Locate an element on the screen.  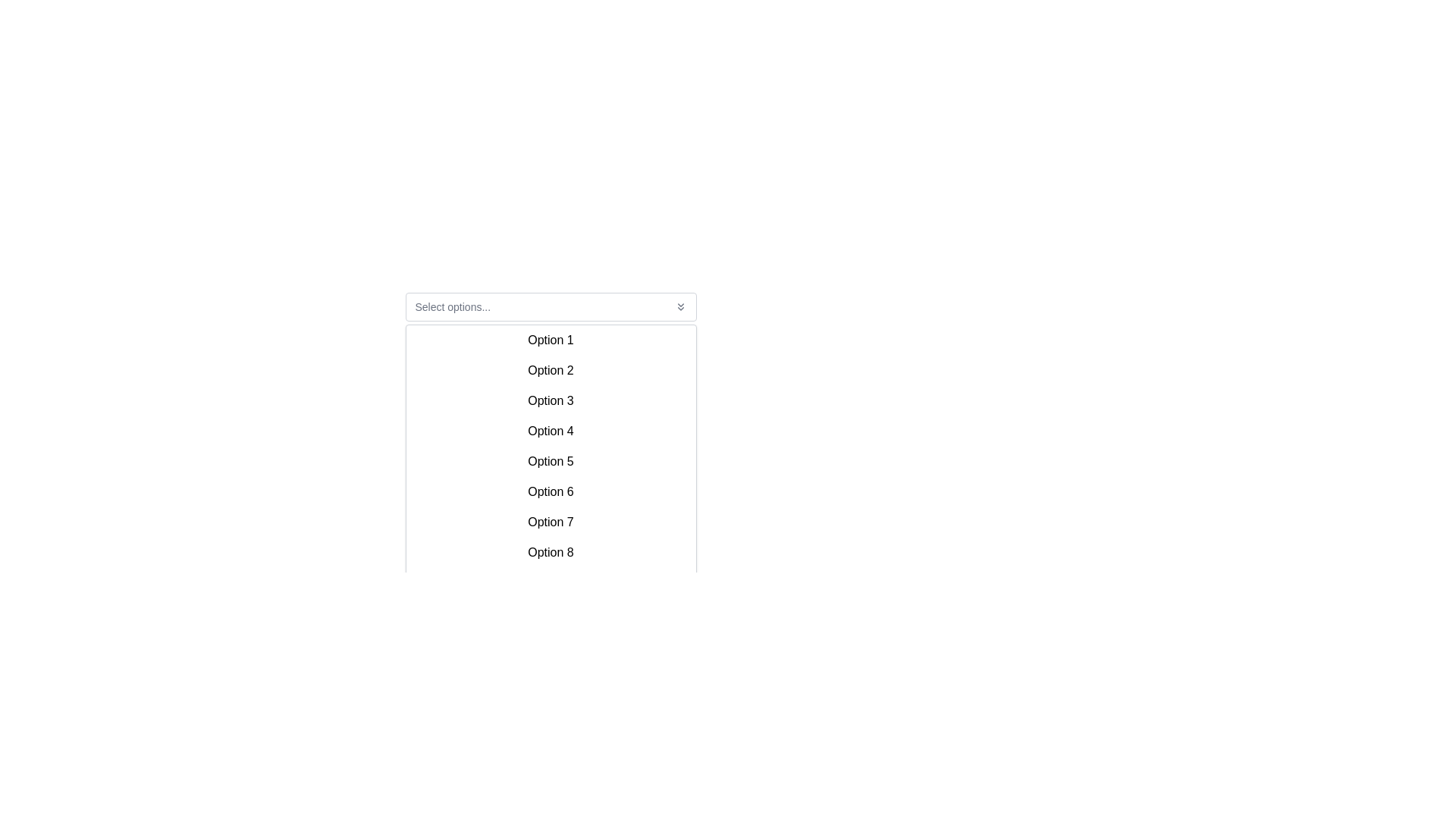
the non-interactive text element displaying 'Option 4' in the dropdown list, which is the fourth item positioned between 'Option 3' and 'Option 5' is located at coordinates (550, 431).